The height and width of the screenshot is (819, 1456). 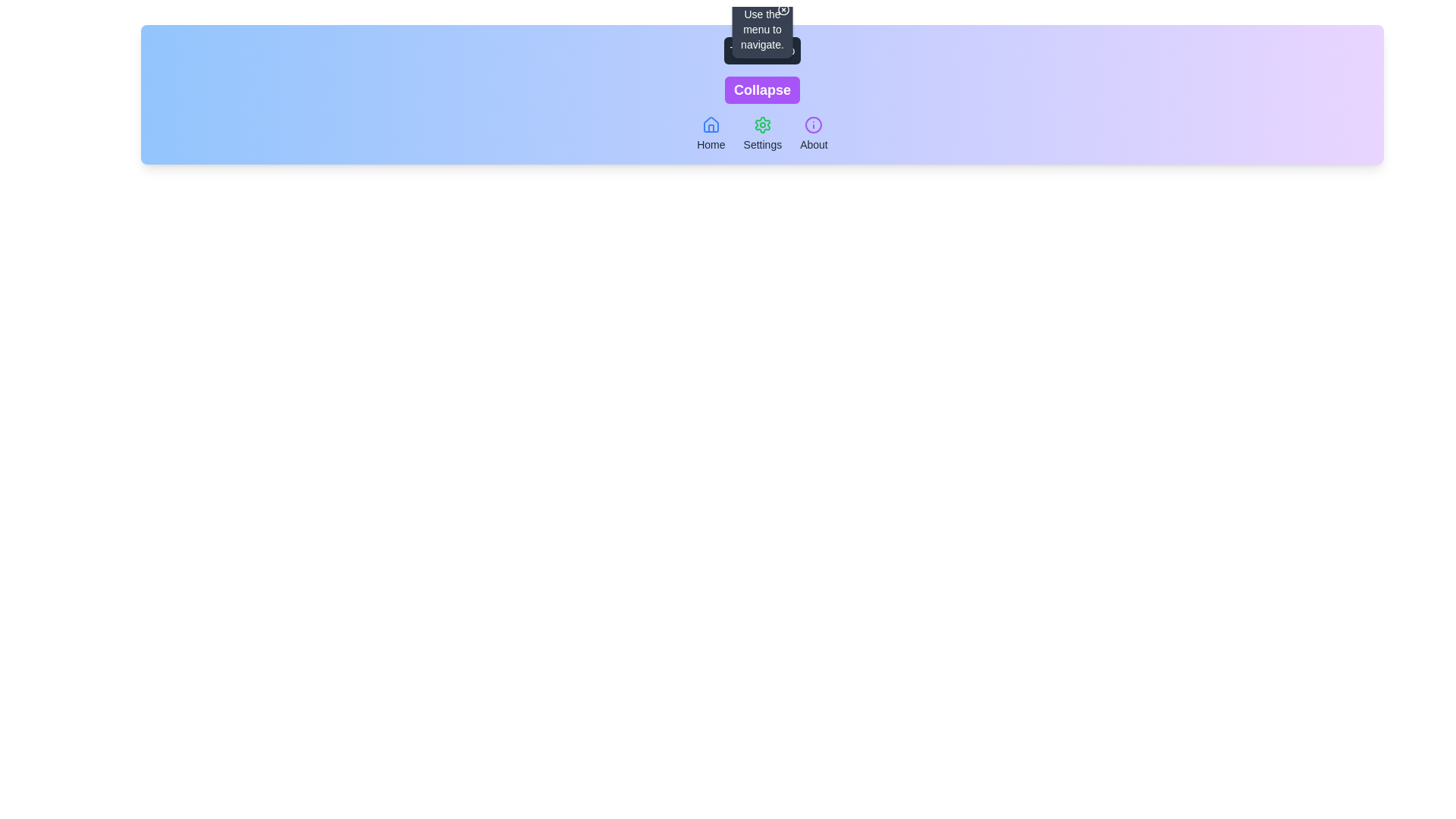 I want to click on the 'About' text label located beneath the information icon in the top navigation bar, which is the last item in a horizontal group of icons and labels, so click(x=813, y=145).